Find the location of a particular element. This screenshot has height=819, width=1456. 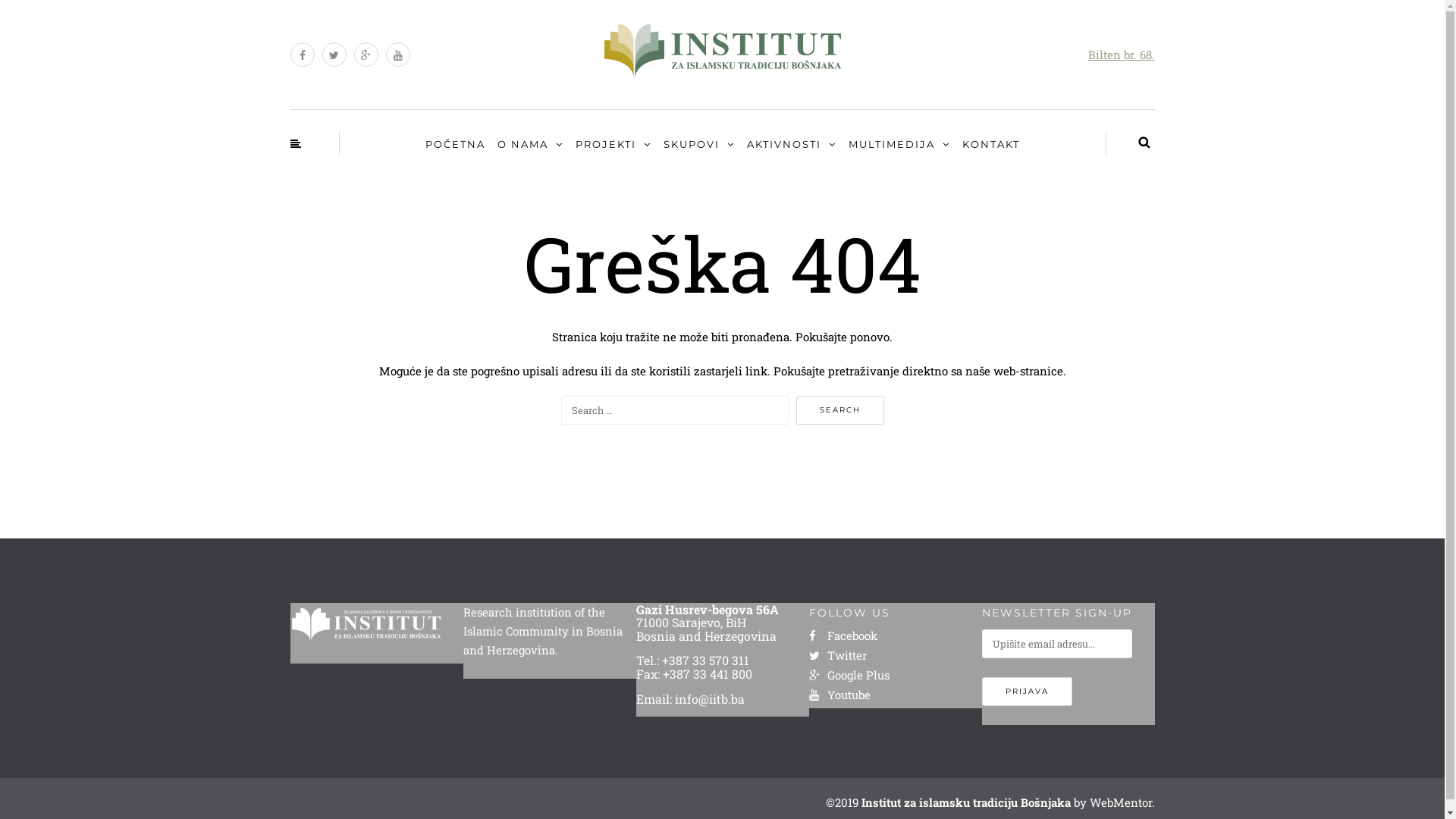

'Facebook' is located at coordinates (841, 635).